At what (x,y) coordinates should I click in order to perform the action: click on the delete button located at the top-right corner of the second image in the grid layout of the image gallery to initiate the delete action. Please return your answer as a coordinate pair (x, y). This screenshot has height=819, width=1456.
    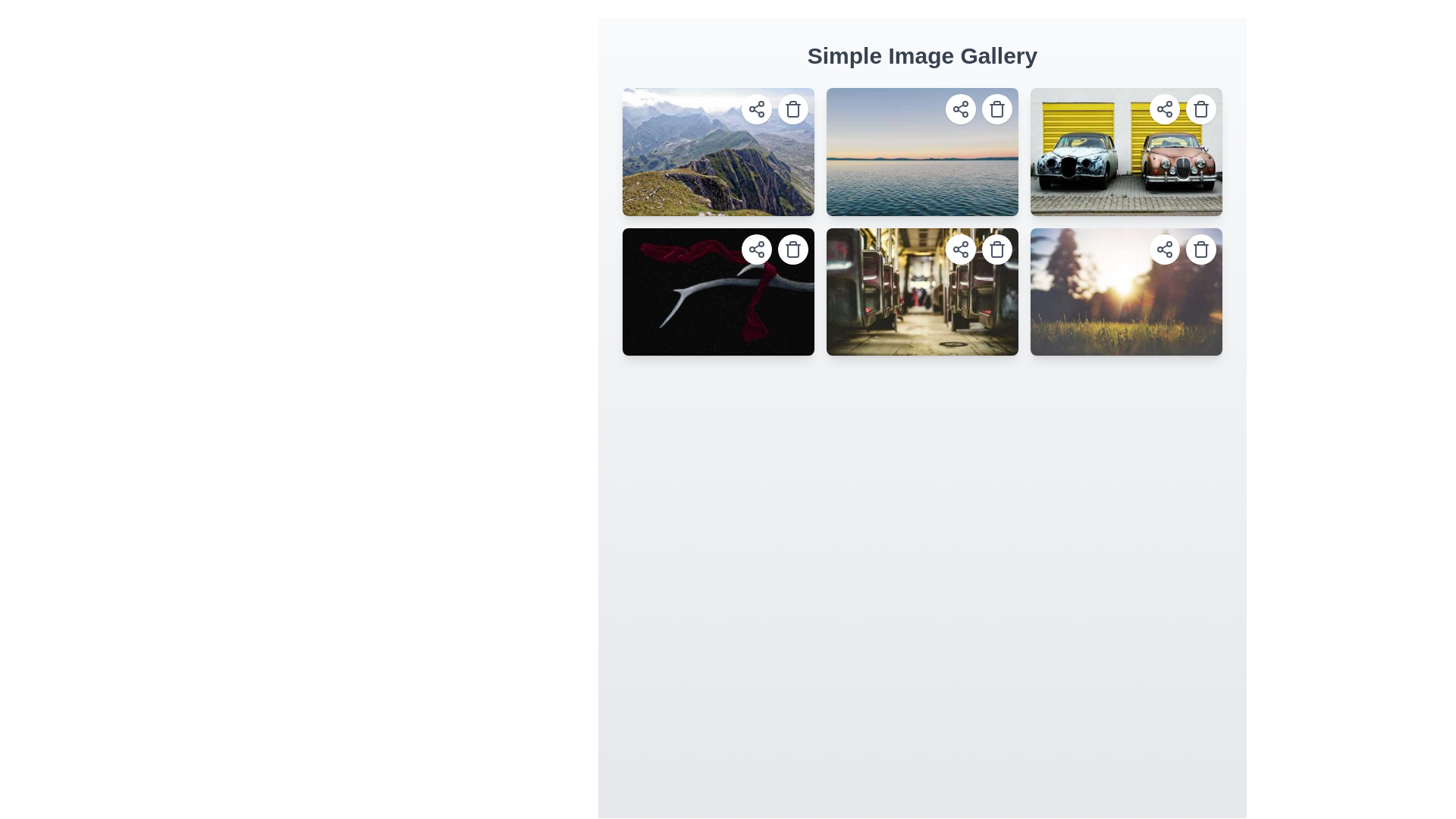
    Looking at the image, I should click on (997, 108).